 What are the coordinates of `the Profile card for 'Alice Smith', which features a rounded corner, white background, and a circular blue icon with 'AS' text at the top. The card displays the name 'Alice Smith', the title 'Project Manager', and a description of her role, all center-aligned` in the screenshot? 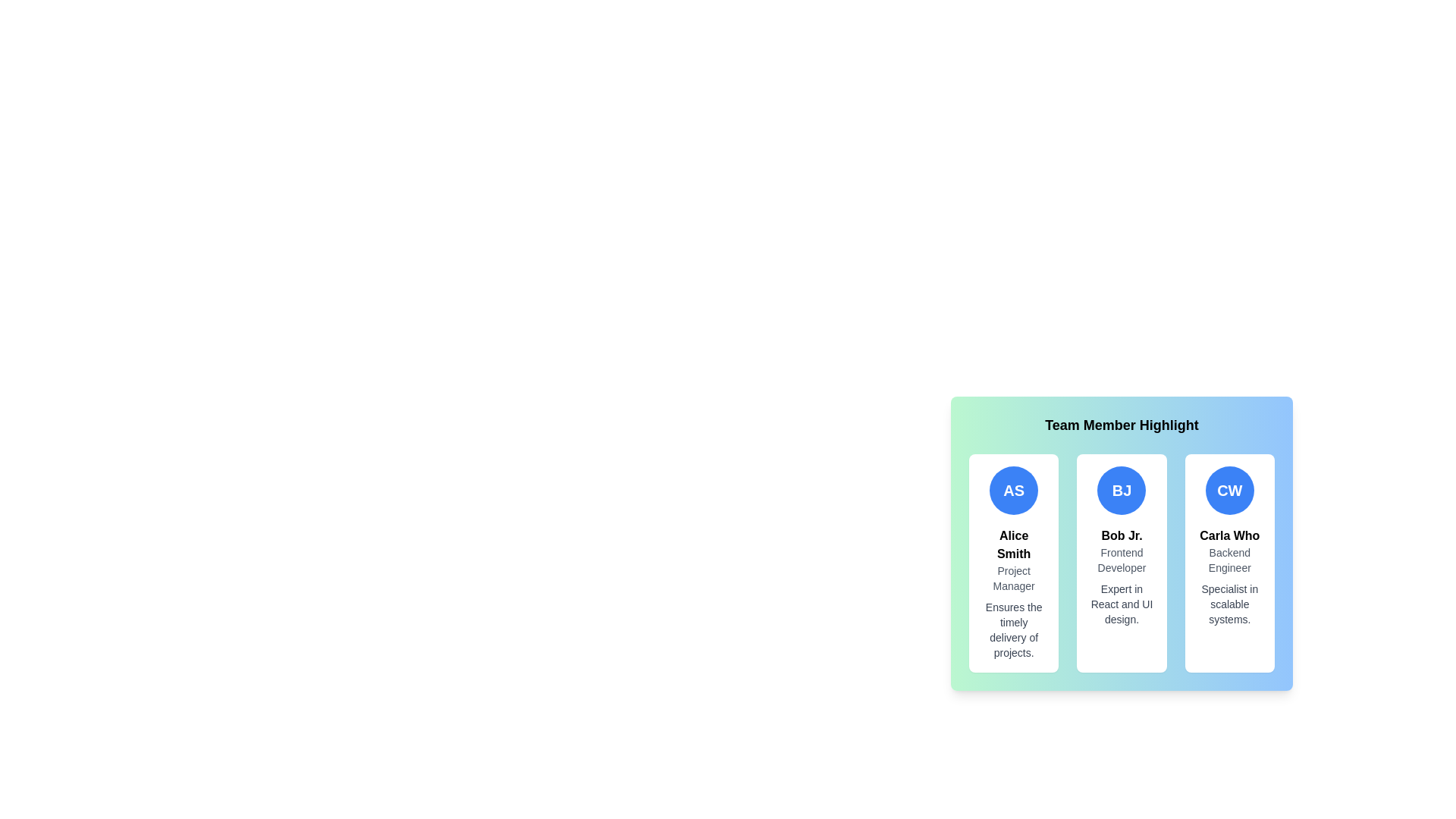 It's located at (1014, 563).